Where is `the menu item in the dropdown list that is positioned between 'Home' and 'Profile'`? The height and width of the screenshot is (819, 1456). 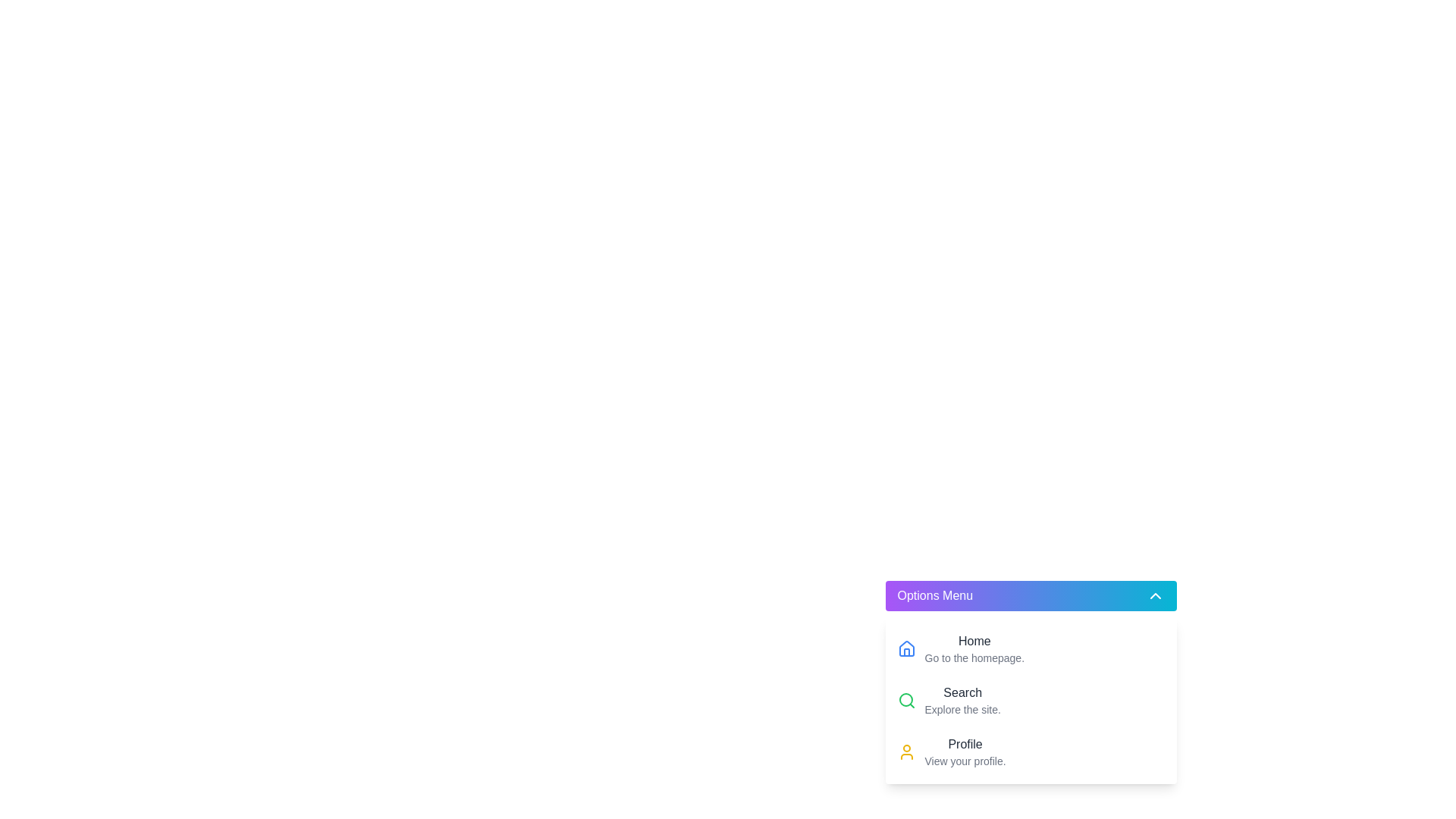
the menu item in the dropdown list that is positioned between 'Home' and 'Profile' is located at coordinates (962, 701).